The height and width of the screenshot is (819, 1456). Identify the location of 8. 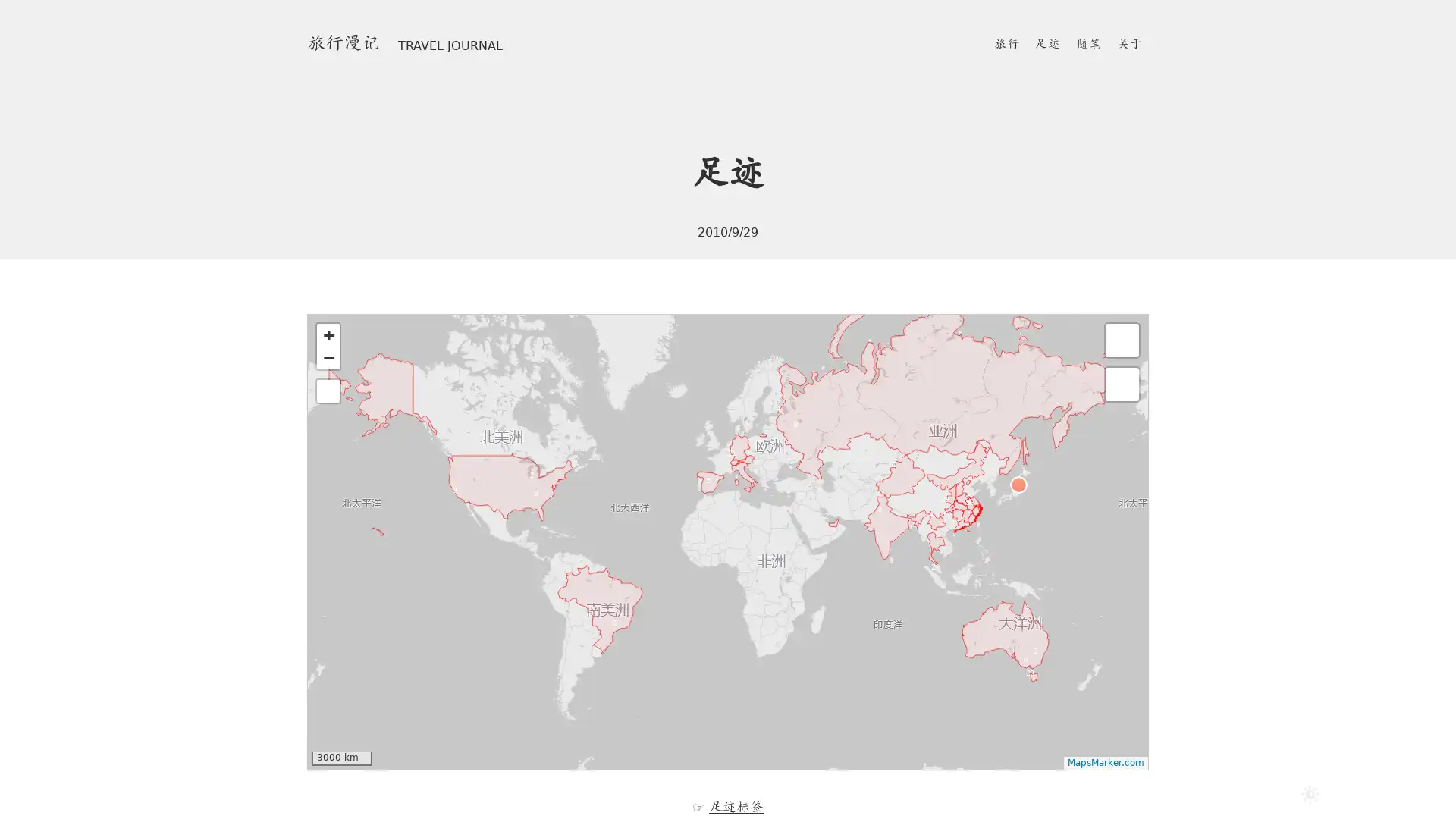
(1030, 664).